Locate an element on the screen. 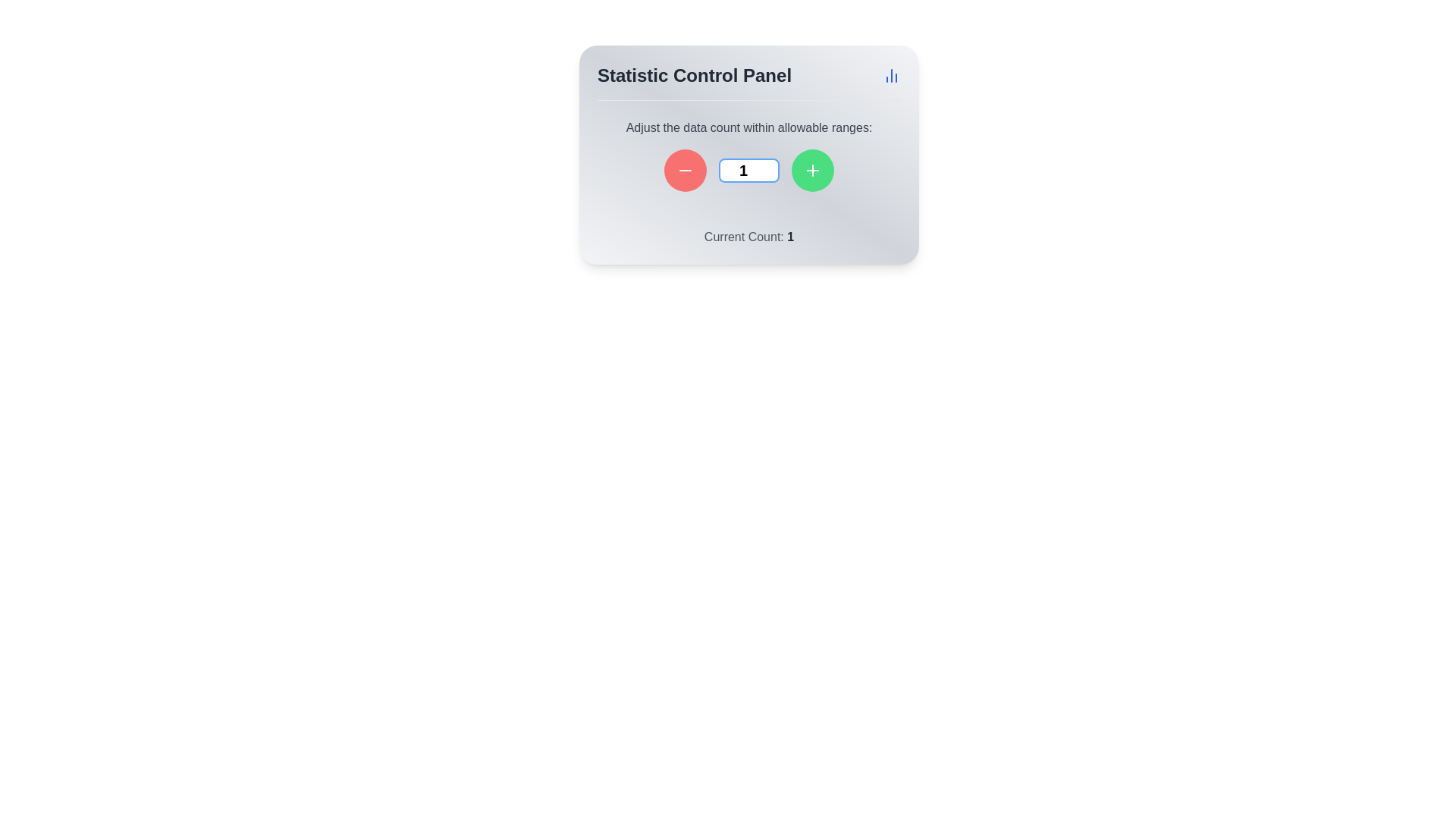 The width and height of the screenshot is (1456, 819). the green circular button containing the plus icon, which is positioned to the right of the numeric input field labeled '1' and the minus icon within the 'Statistic Control Panel' is located at coordinates (811, 170).